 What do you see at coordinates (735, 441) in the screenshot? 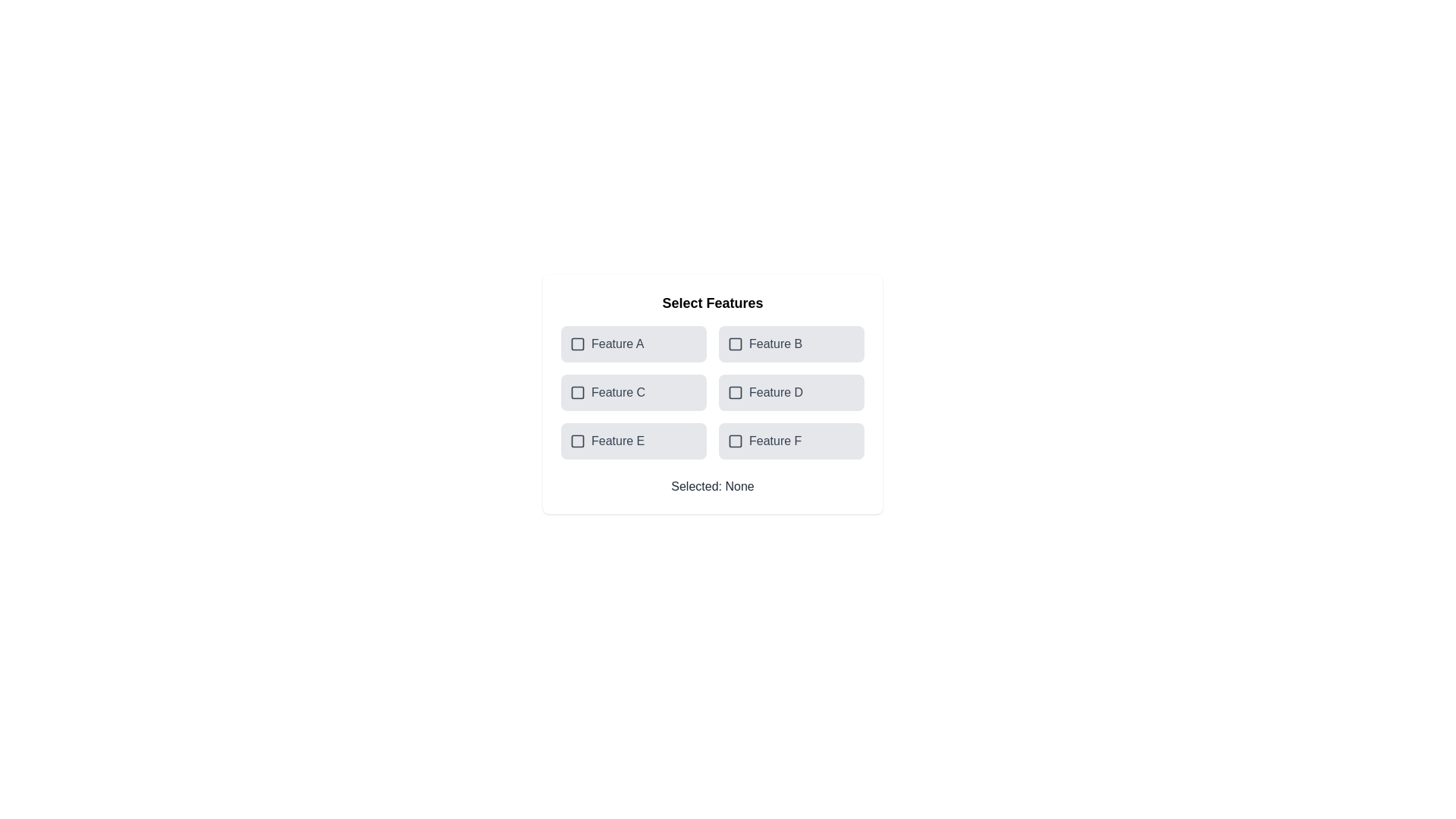
I see `the Checkbox indicator located at the bottom-right corner of the grid for 'Feature F'` at bounding box center [735, 441].